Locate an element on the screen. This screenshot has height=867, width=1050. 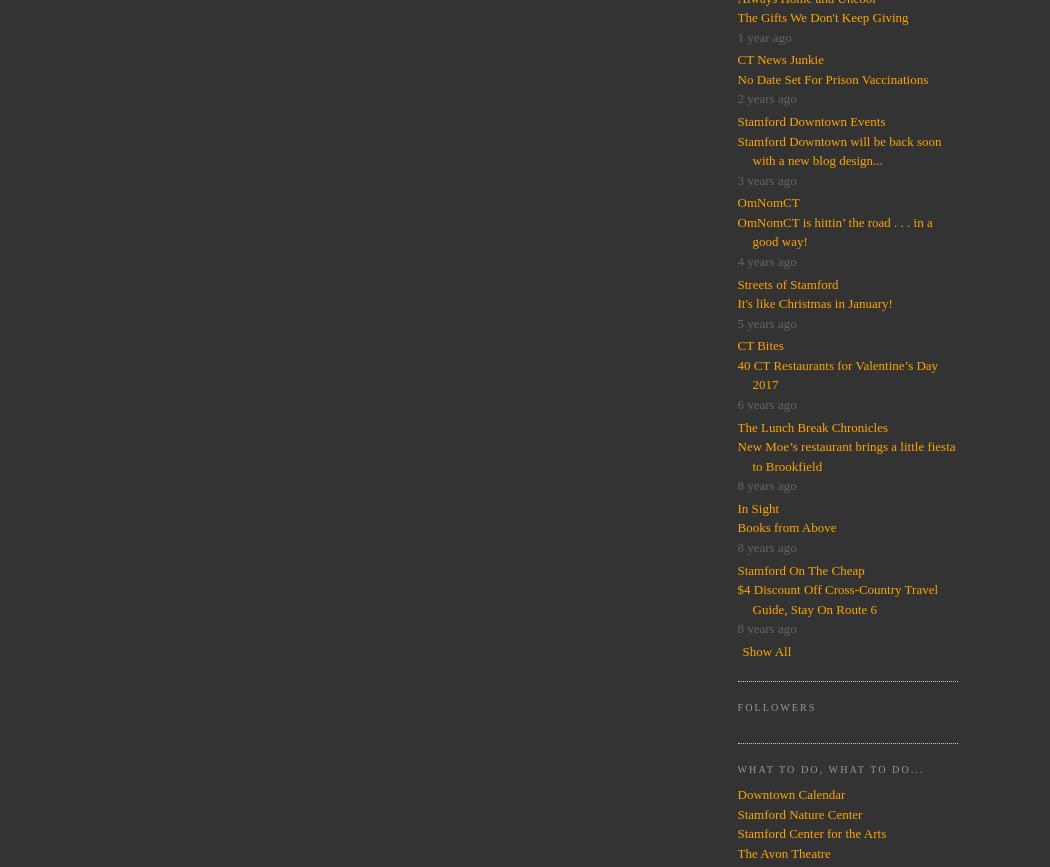
'4 years ago' is located at coordinates (766, 260).